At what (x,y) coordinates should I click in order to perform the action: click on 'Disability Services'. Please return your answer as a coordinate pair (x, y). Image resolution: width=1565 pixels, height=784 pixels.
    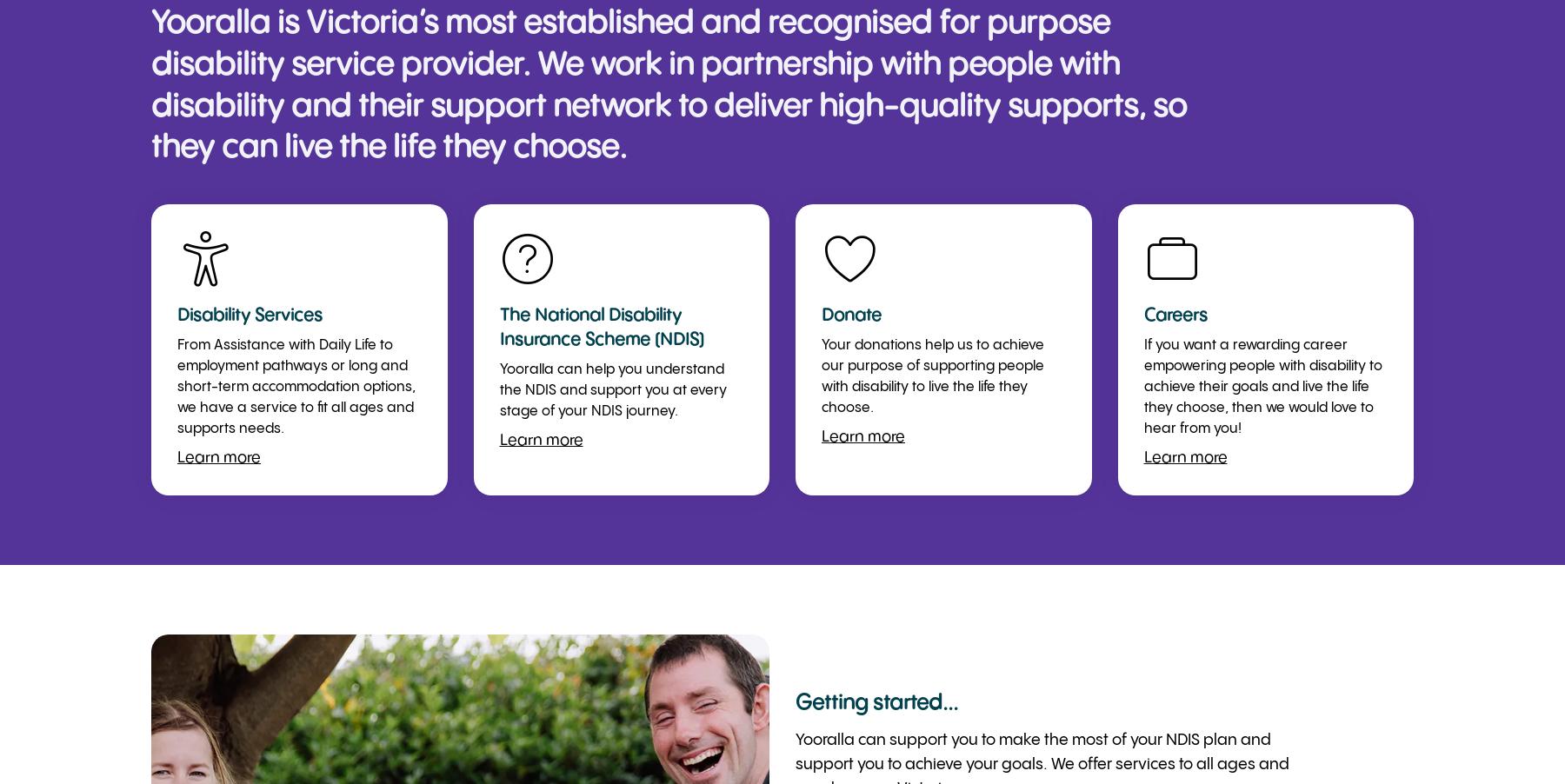
    Looking at the image, I should click on (249, 315).